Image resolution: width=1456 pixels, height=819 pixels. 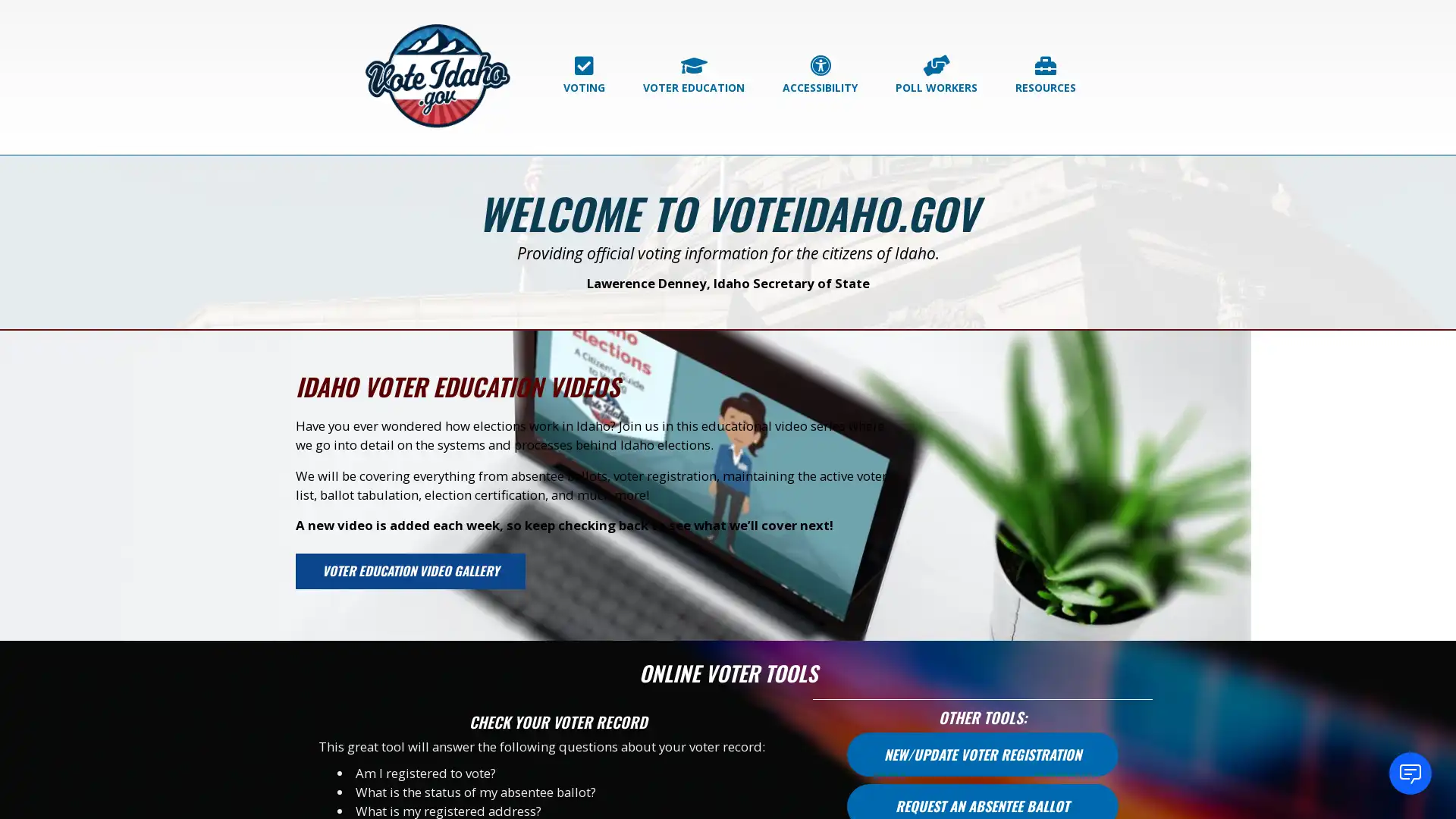 I want to click on NEW/UPDATE VOTER REGISTRATION, so click(x=983, y=757).